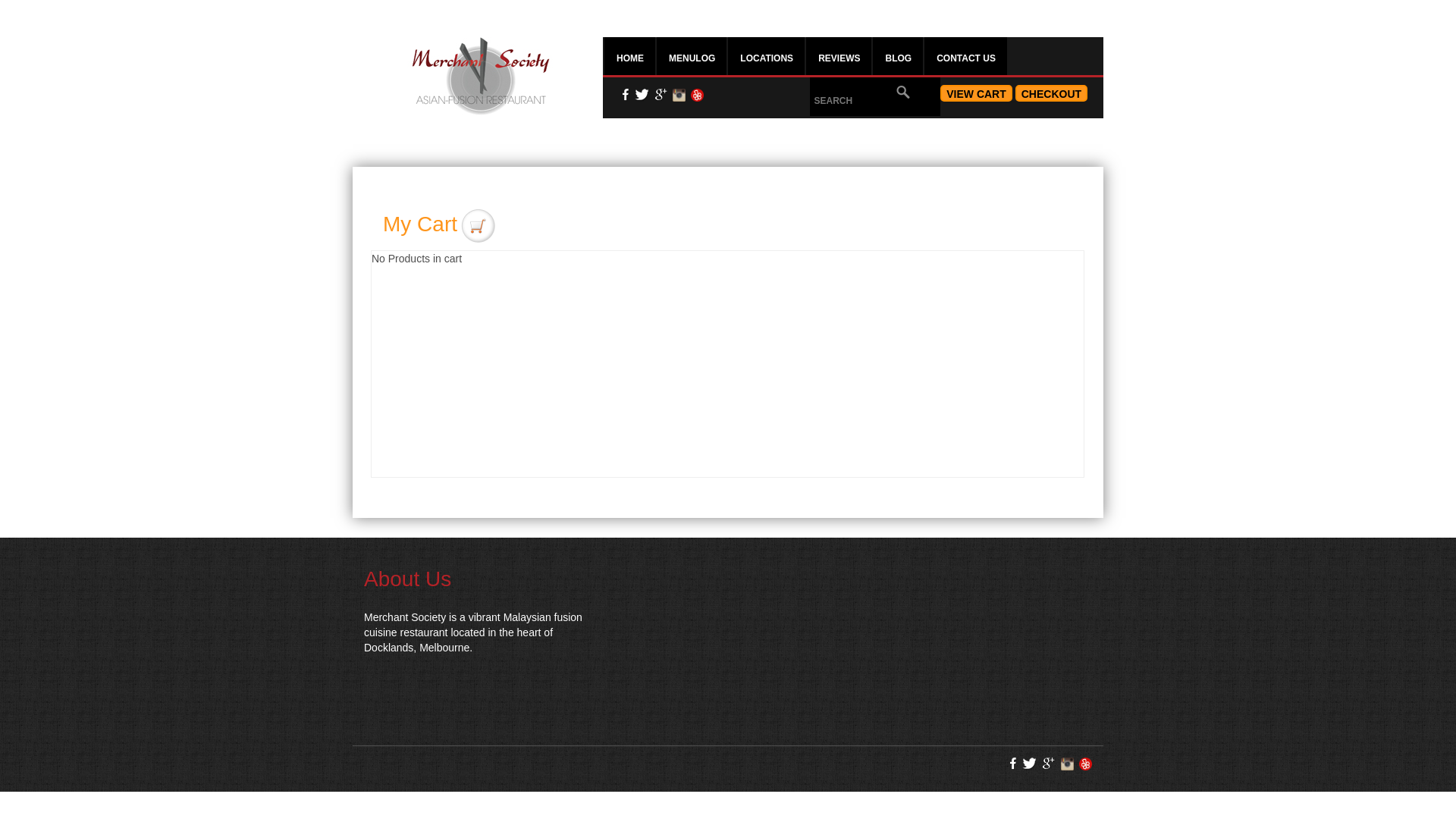 The height and width of the screenshot is (819, 1456). What do you see at coordinates (837, 55) in the screenshot?
I see `'REVIEWS'` at bounding box center [837, 55].